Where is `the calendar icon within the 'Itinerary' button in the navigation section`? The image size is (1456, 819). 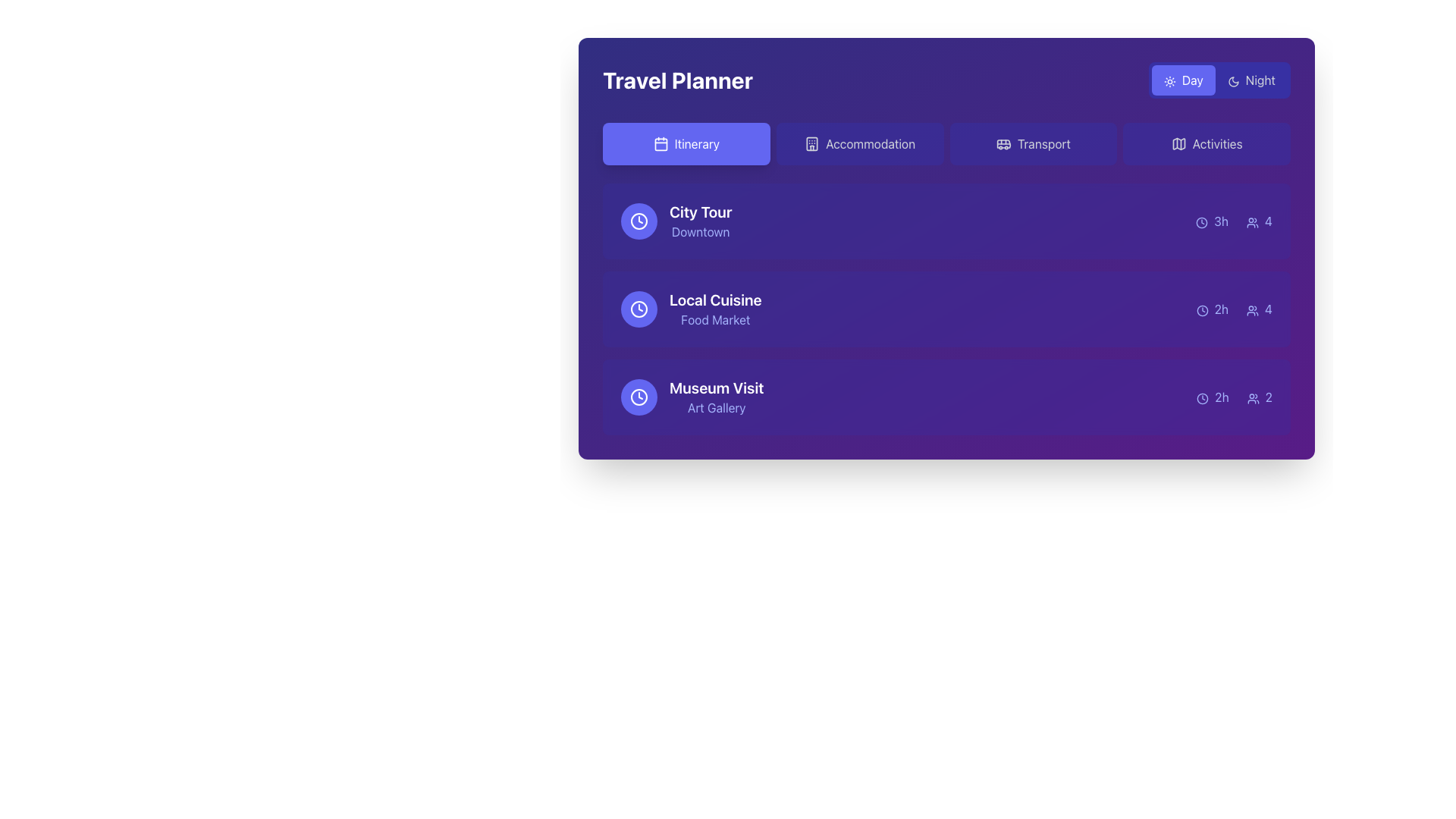 the calendar icon within the 'Itinerary' button in the navigation section is located at coordinates (661, 143).